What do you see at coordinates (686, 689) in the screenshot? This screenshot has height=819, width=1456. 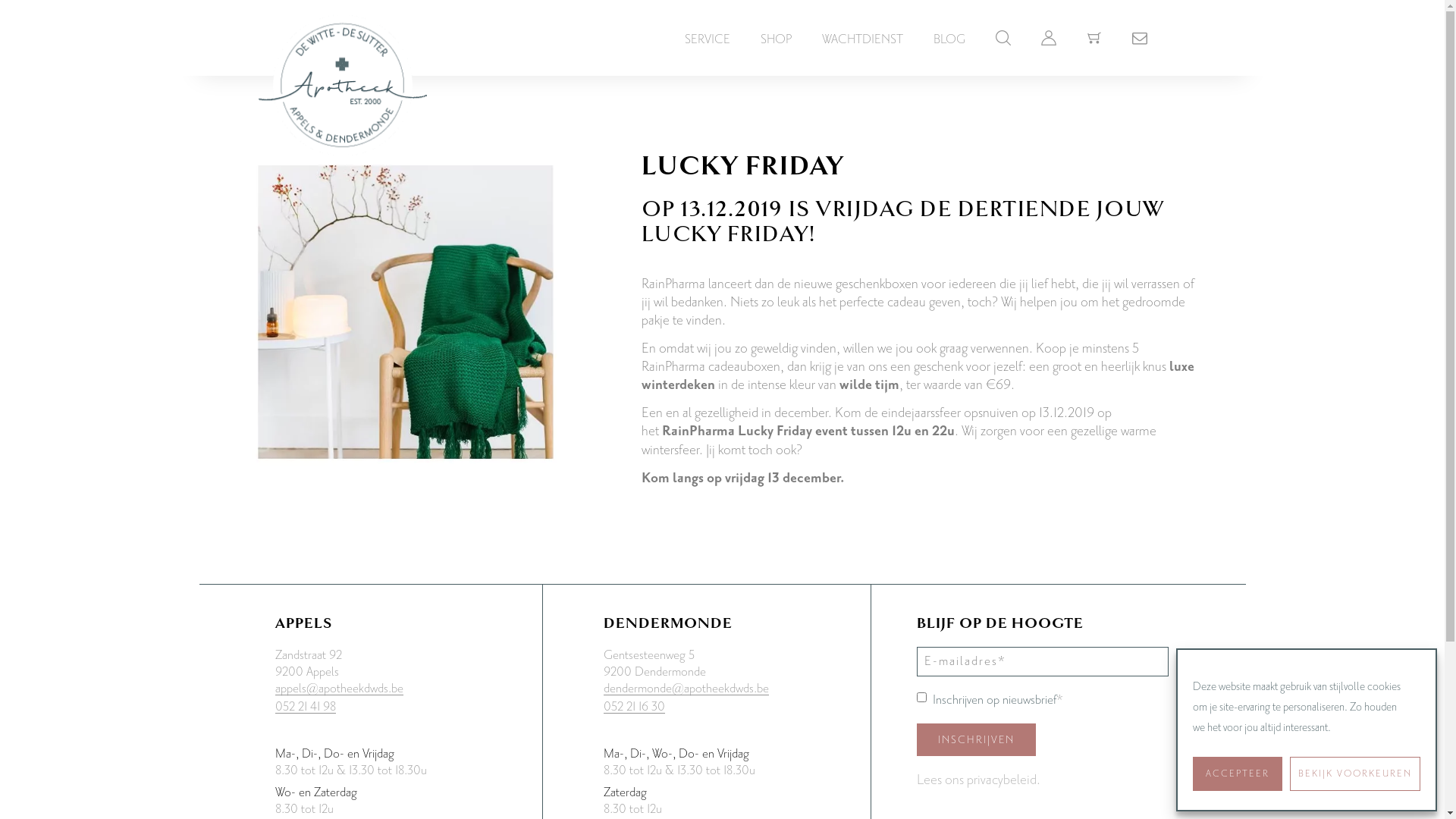 I see `'dendermonde@apotheekdwds.be'` at bounding box center [686, 689].